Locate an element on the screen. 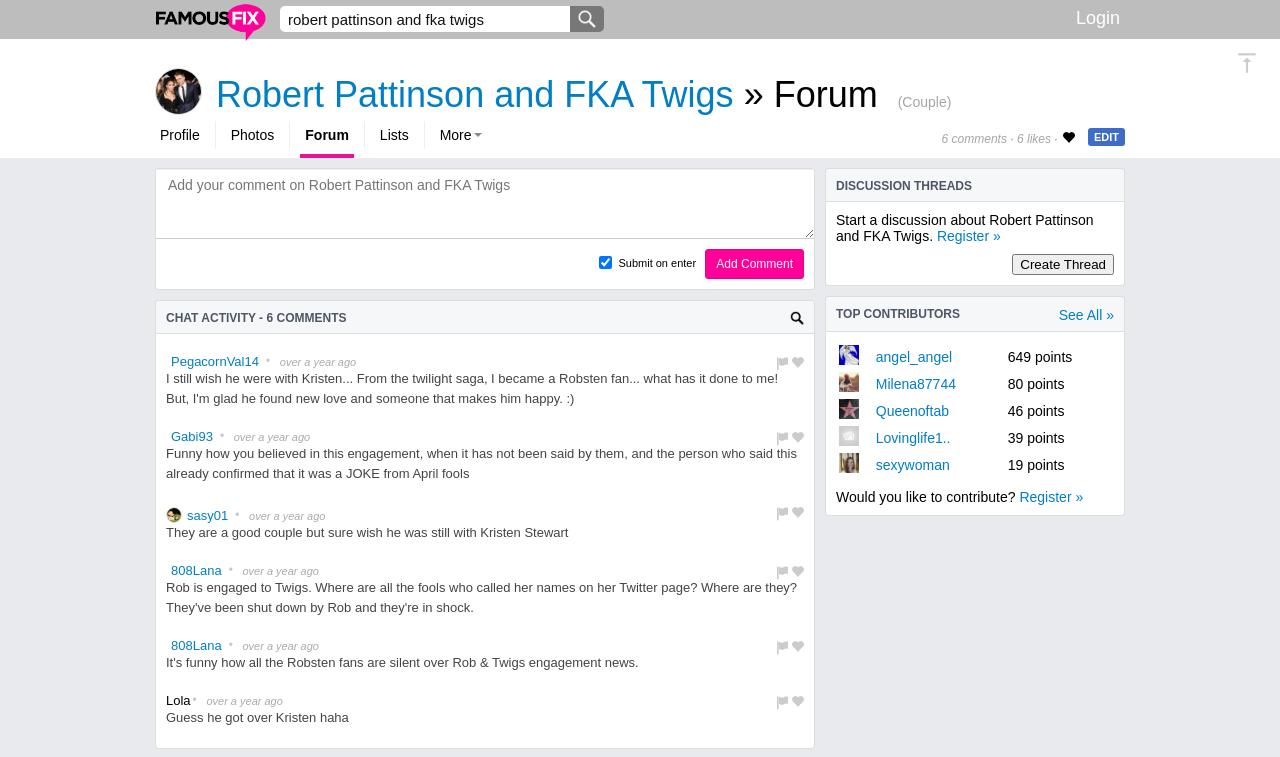  '(Couple)' is located at coordinates (896, 100).